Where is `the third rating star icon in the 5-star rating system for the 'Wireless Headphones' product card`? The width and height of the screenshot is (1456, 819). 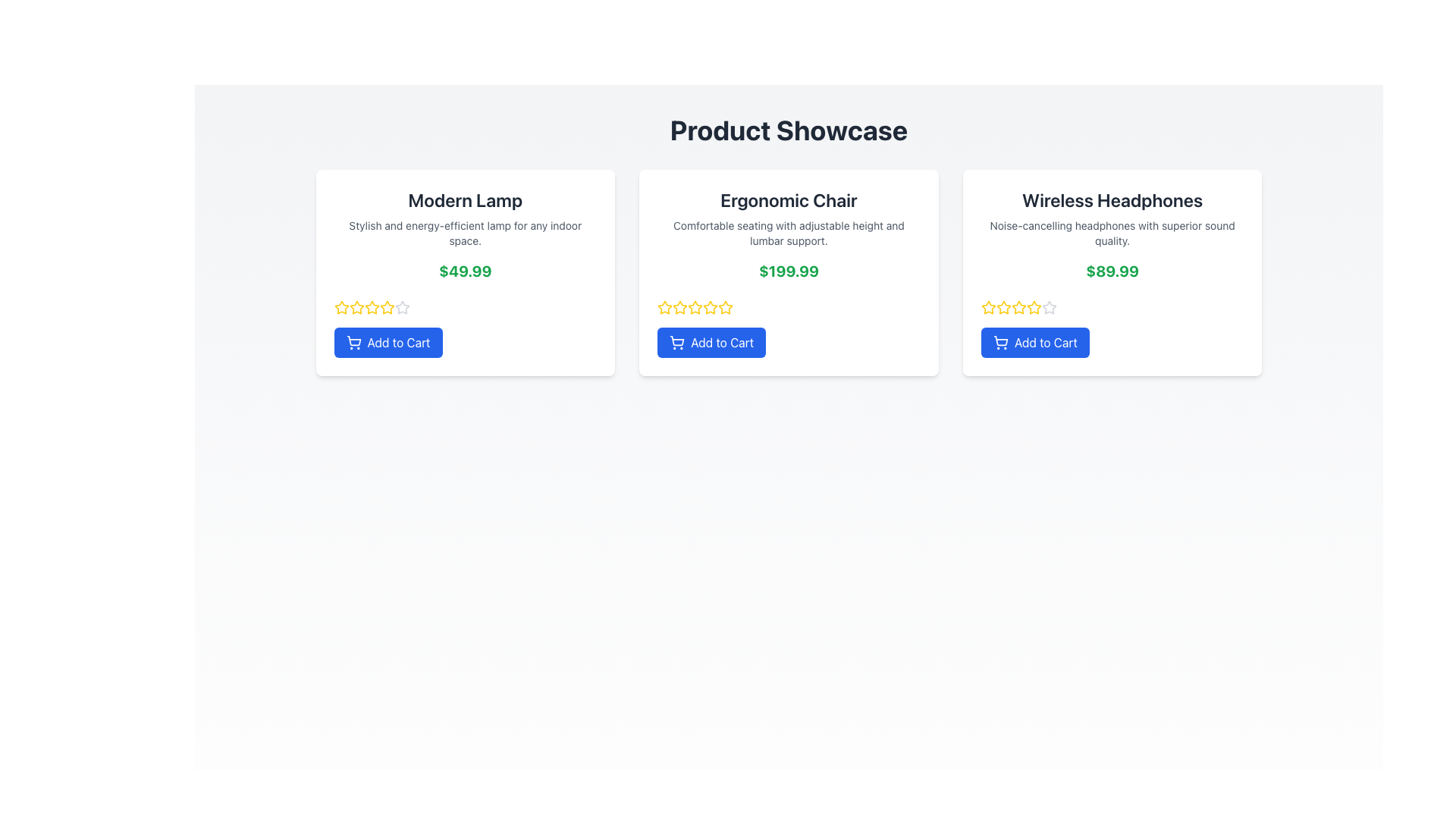
the third rating star icon in the 5-star rating system for the 'Wireless Headphones' product card is located at coordinates (1033, 307).